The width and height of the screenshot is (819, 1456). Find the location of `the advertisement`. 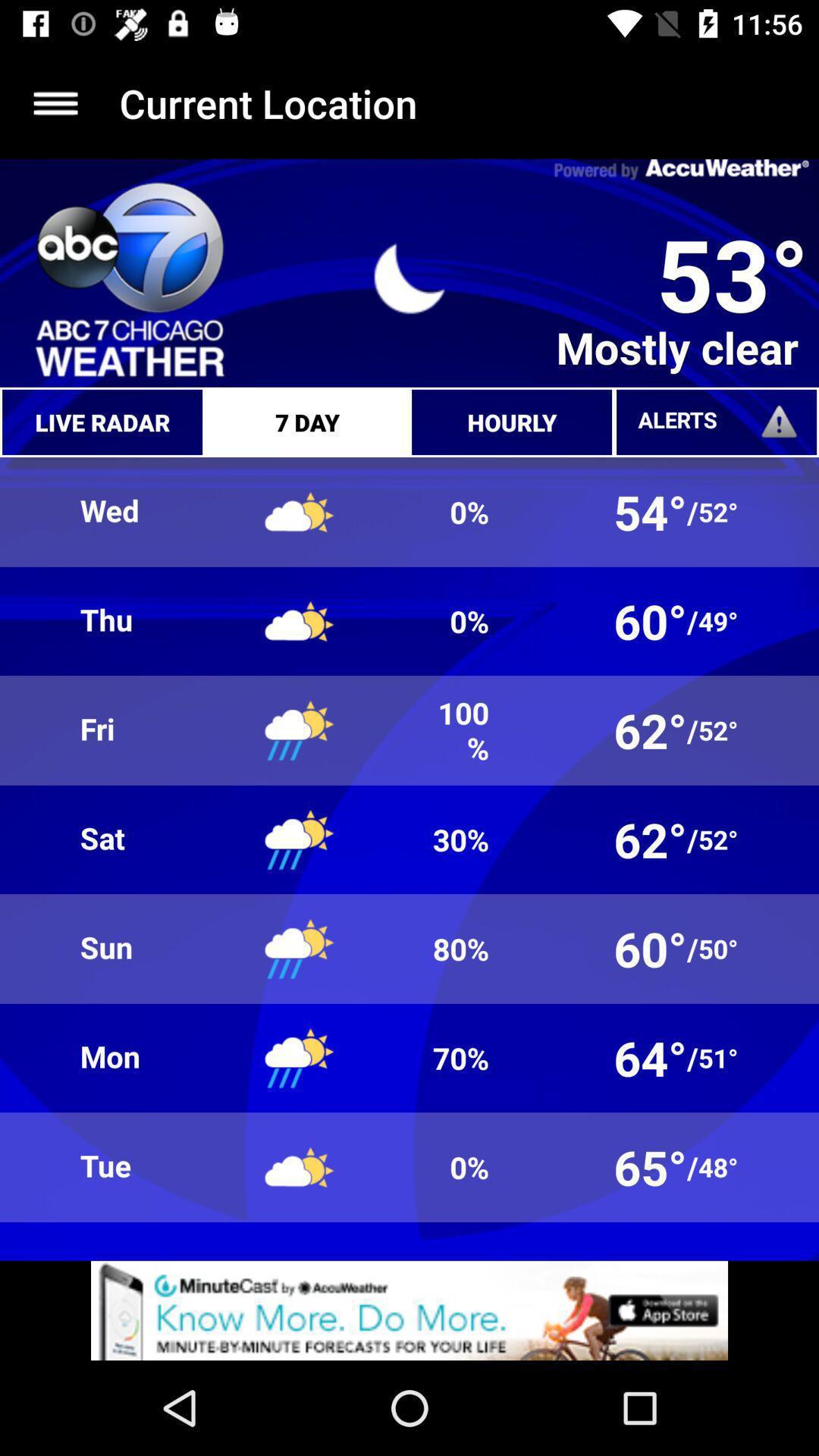

the advertisement is located at coordinates (409, 1310).